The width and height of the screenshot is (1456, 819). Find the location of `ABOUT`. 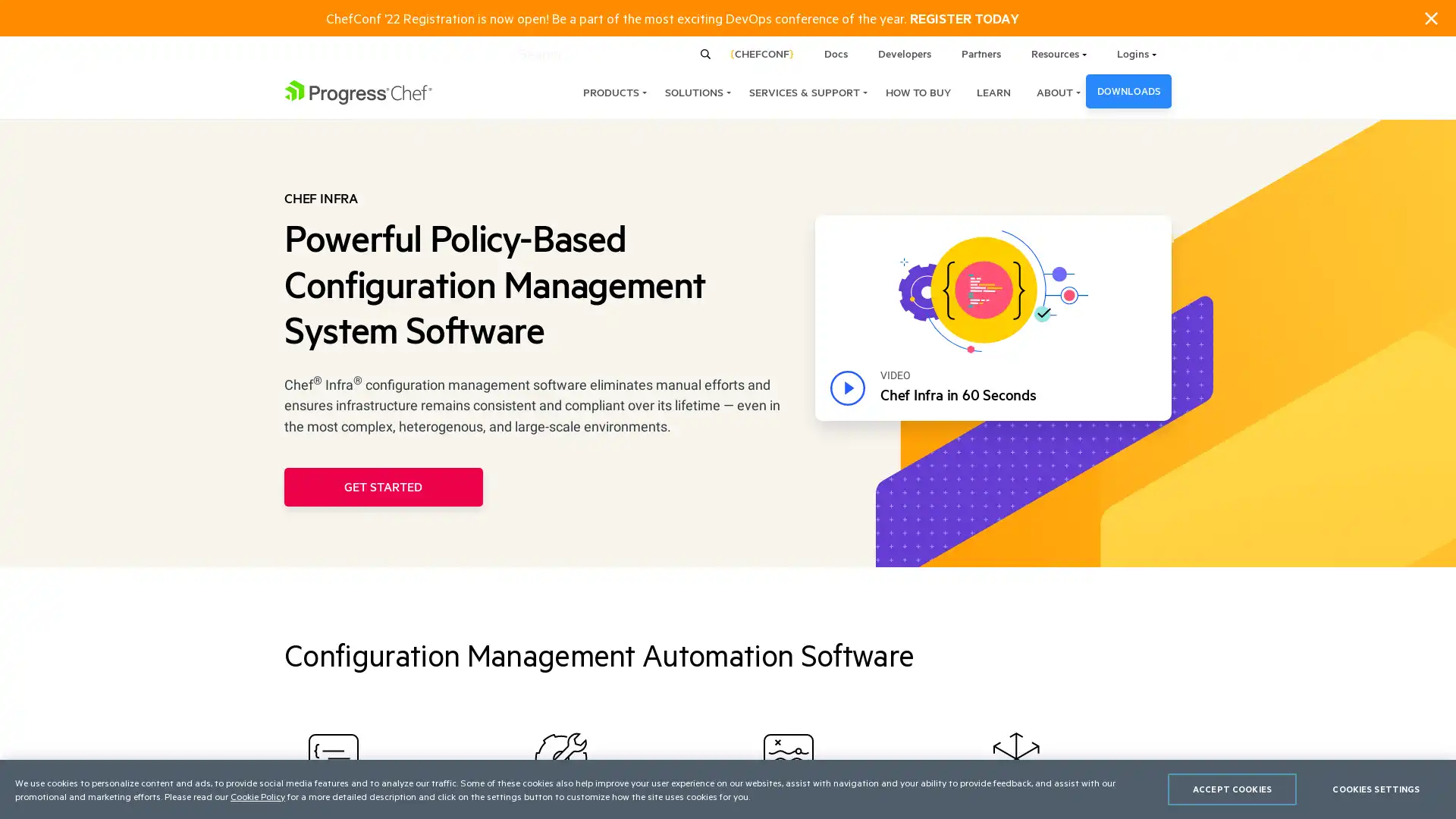

ABOUT is located at coordinates (1020, 93).